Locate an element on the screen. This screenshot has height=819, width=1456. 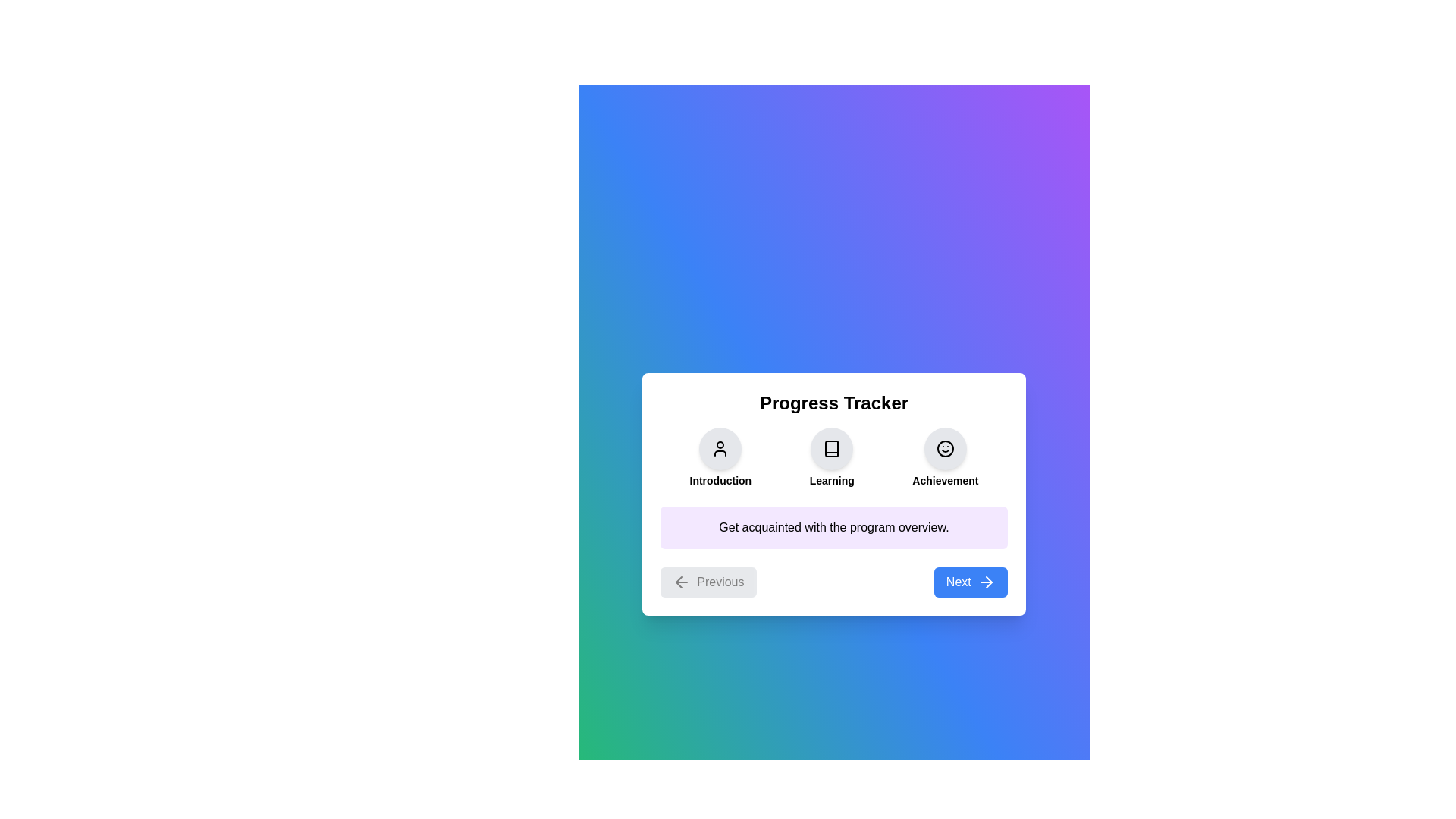
the 'Next' button to navigate to the next section is located at coordinates (971, 581).